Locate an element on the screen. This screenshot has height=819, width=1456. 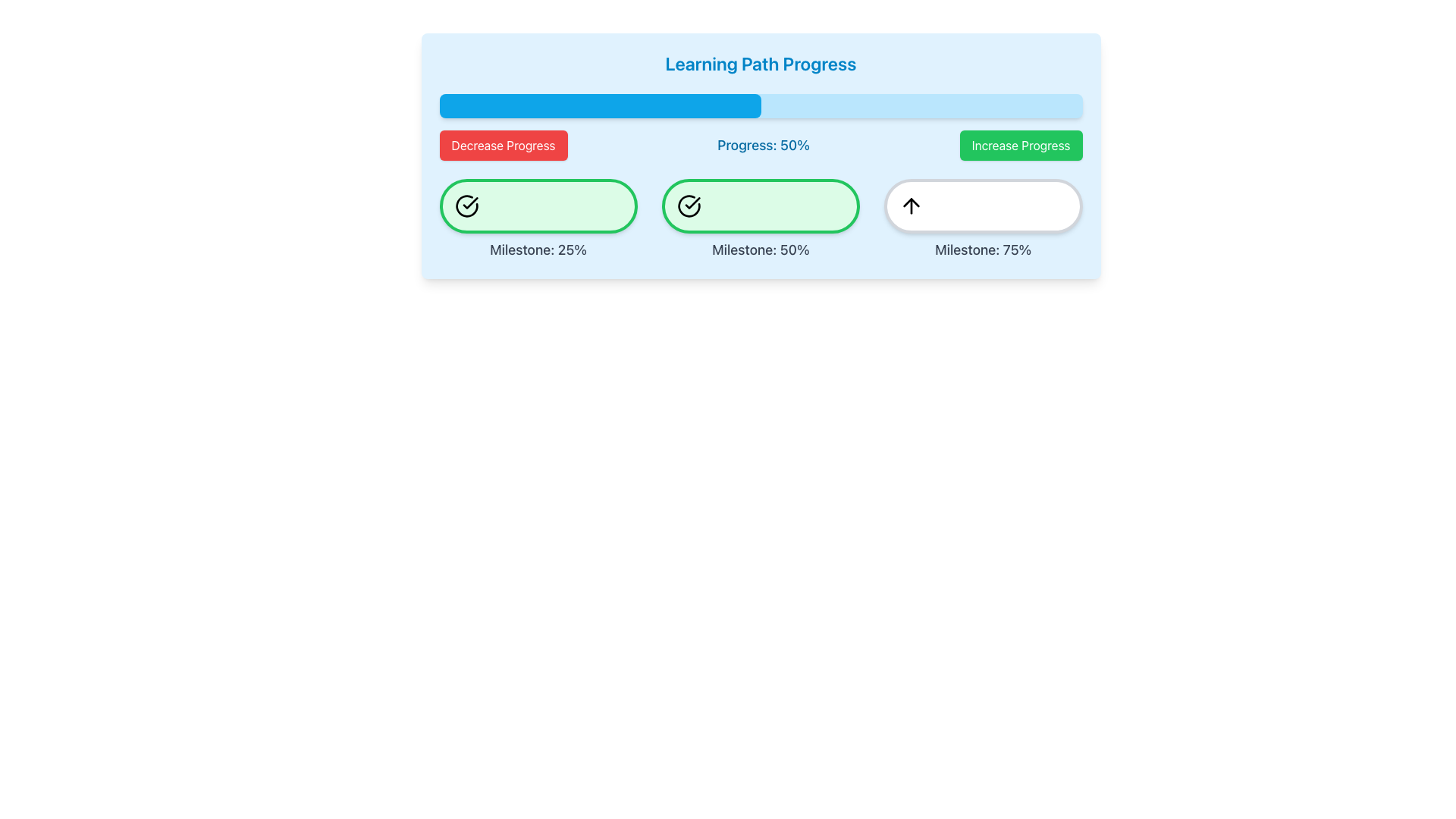
the text label indicating the 50% milestone, which is centrally located below a light green box with a checkmark icon, part of a row of milestone indicators is located at coordinates (761, 249).